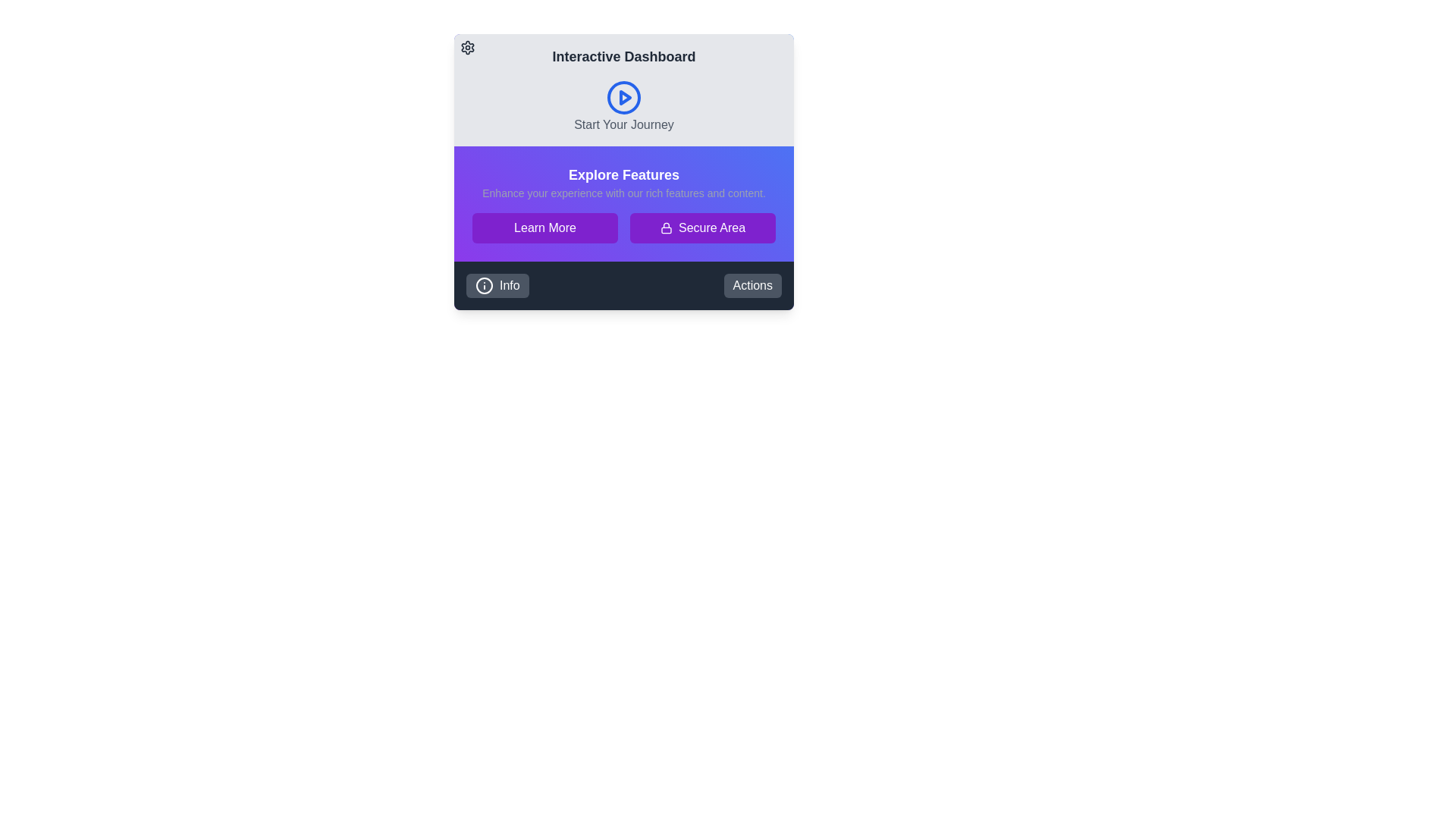 The image size is (1456, 819). Describe the element at coordinates (626, 97) in the screenshot. I see `the small blue triangular icon, resembling a play button, located inside a circular area at the top center of the interface, below the 'Interactive Dashboard' label` at that location.